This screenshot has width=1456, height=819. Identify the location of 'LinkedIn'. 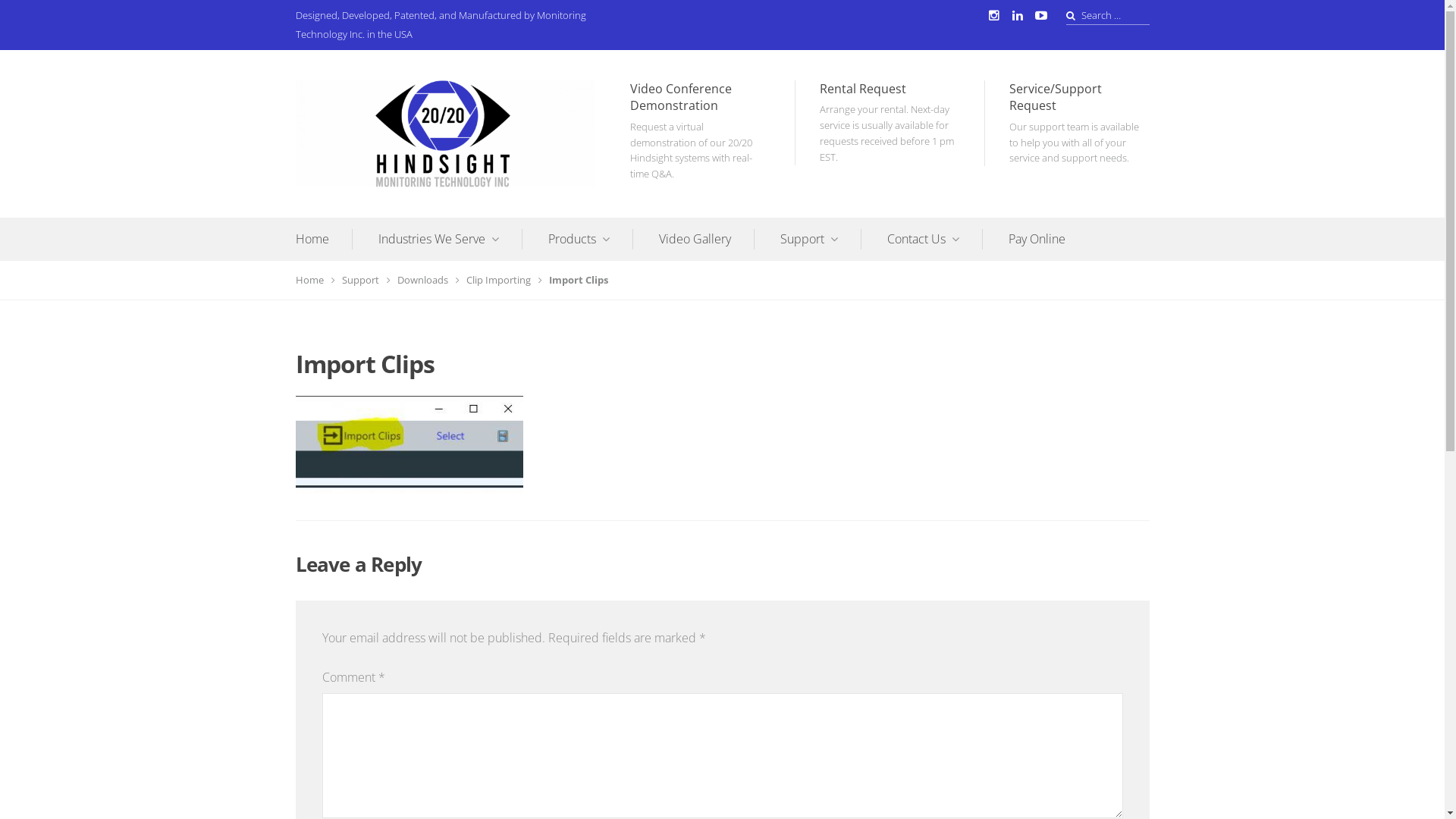
(1008, 15).